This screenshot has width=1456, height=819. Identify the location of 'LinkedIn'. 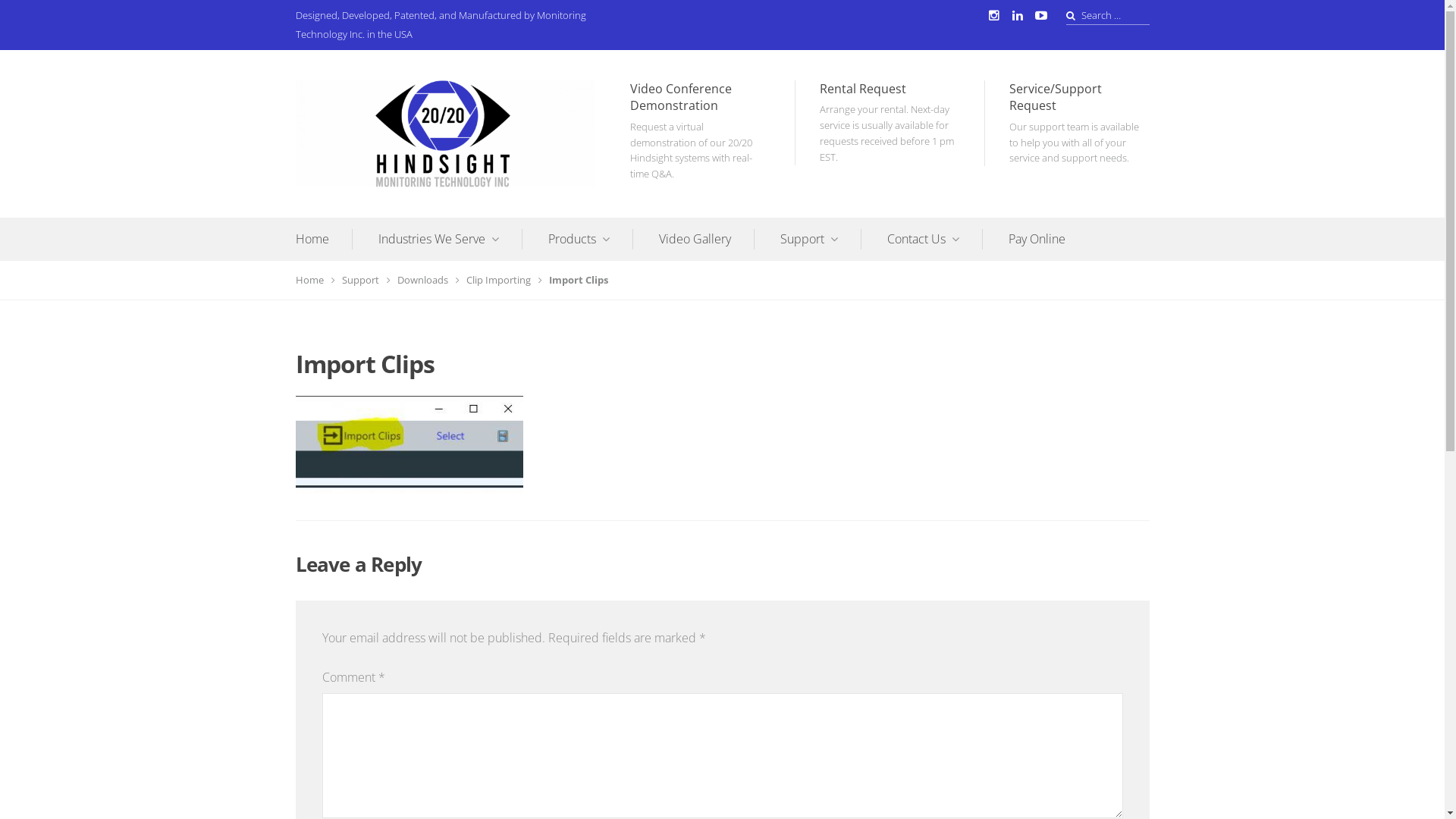
(1008, 15).